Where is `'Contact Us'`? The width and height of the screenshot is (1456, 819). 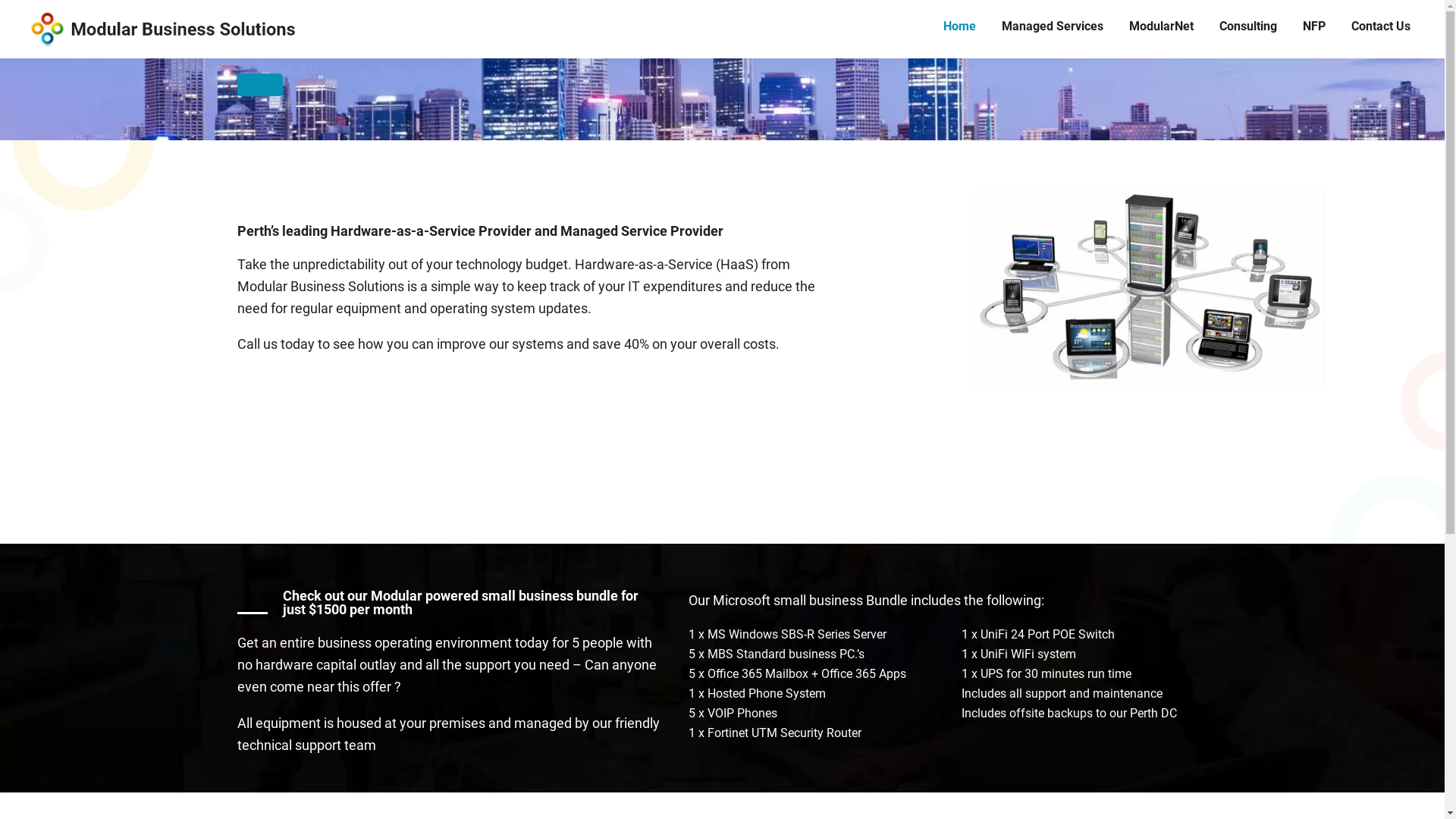 'Contact Us' is located at coordinates (1380, 26).